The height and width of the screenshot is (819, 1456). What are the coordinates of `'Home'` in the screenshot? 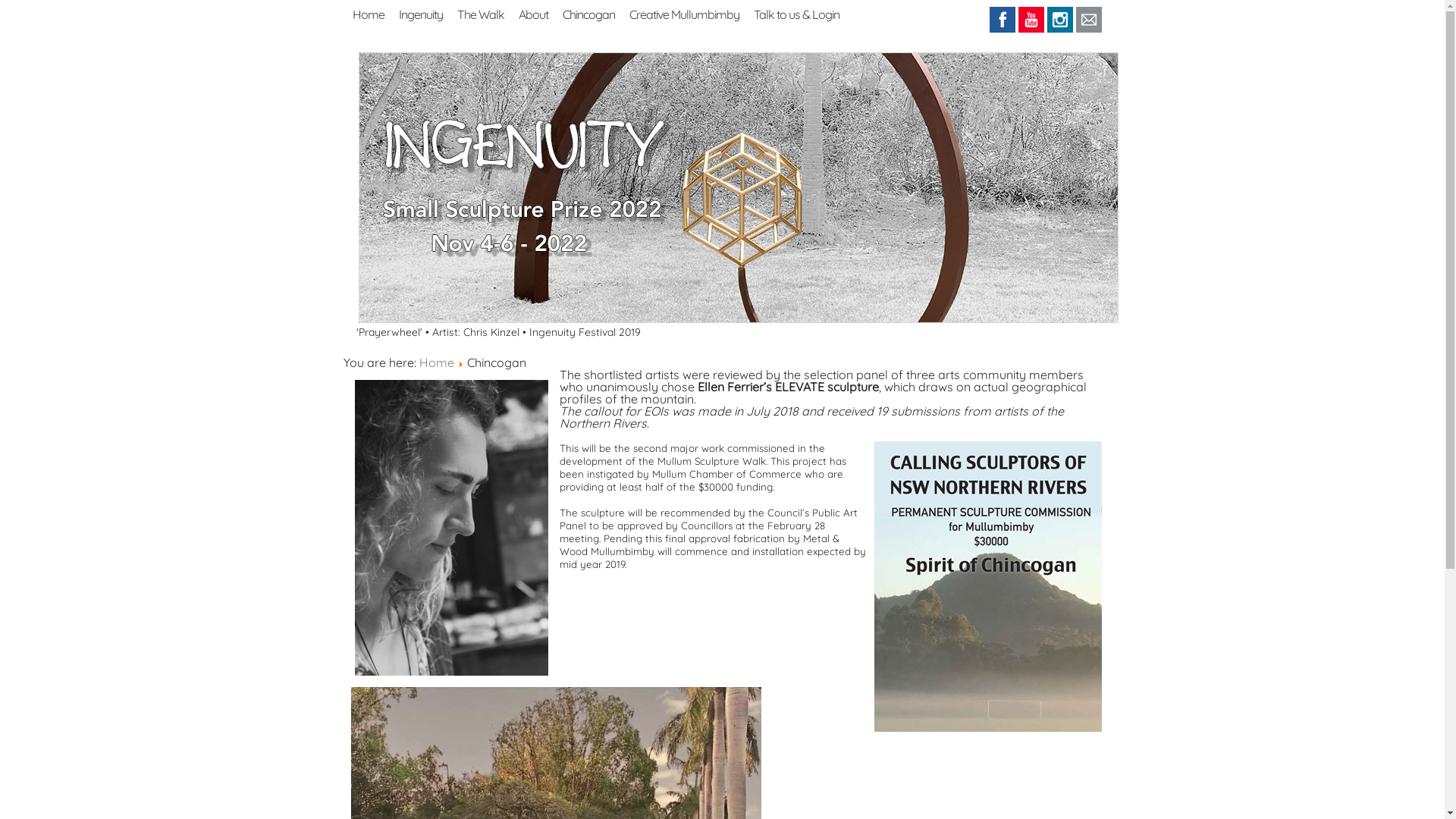 It's located at (351, 12).